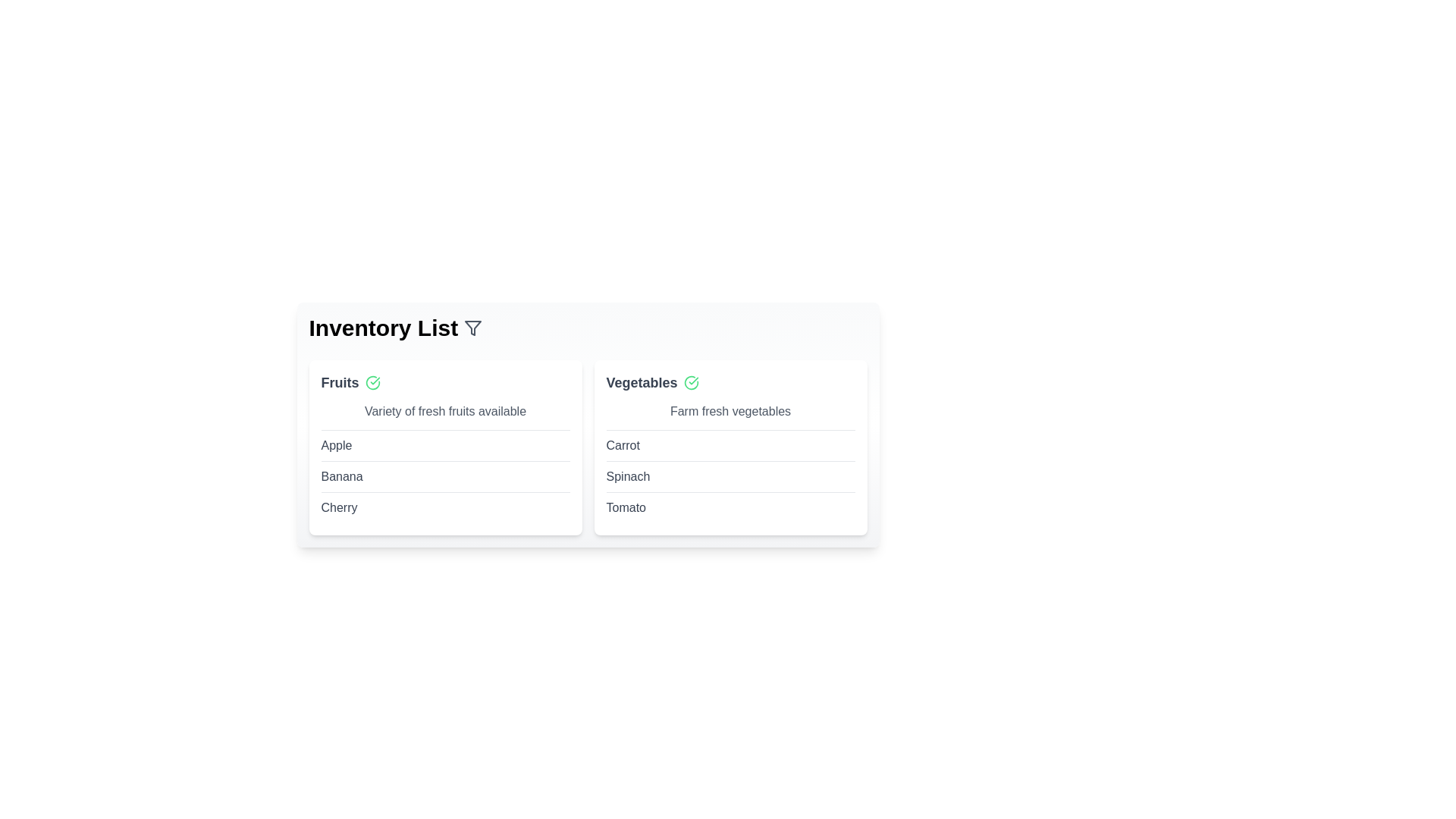 The height and width of the screenshot is (819, 1456). I want to click on the category name Fruits to expand or interact with its content, so click(444, 382).